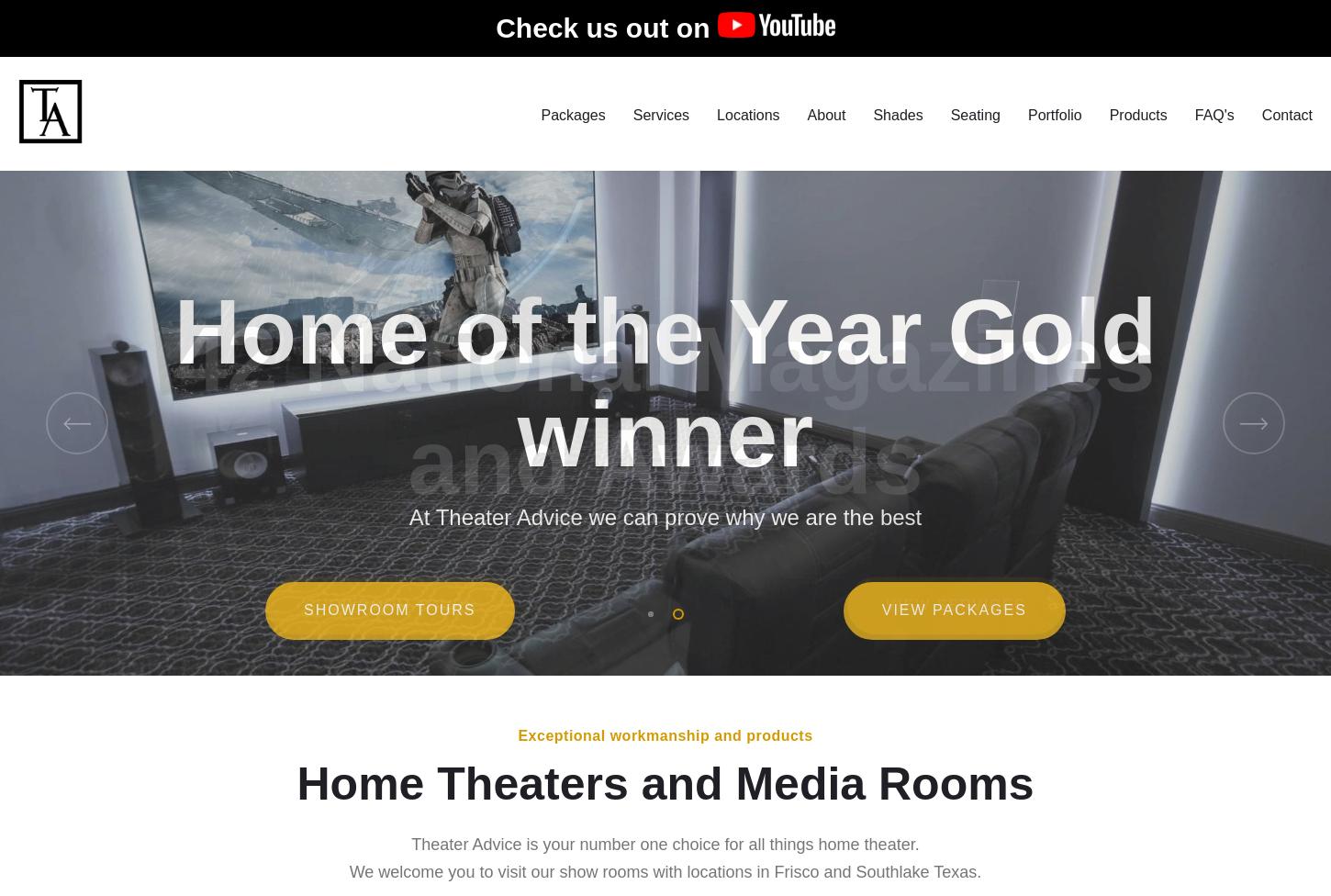  Describe the element at coordinates (571, 123) in the screenshot. I see `'Packages'` at that location.